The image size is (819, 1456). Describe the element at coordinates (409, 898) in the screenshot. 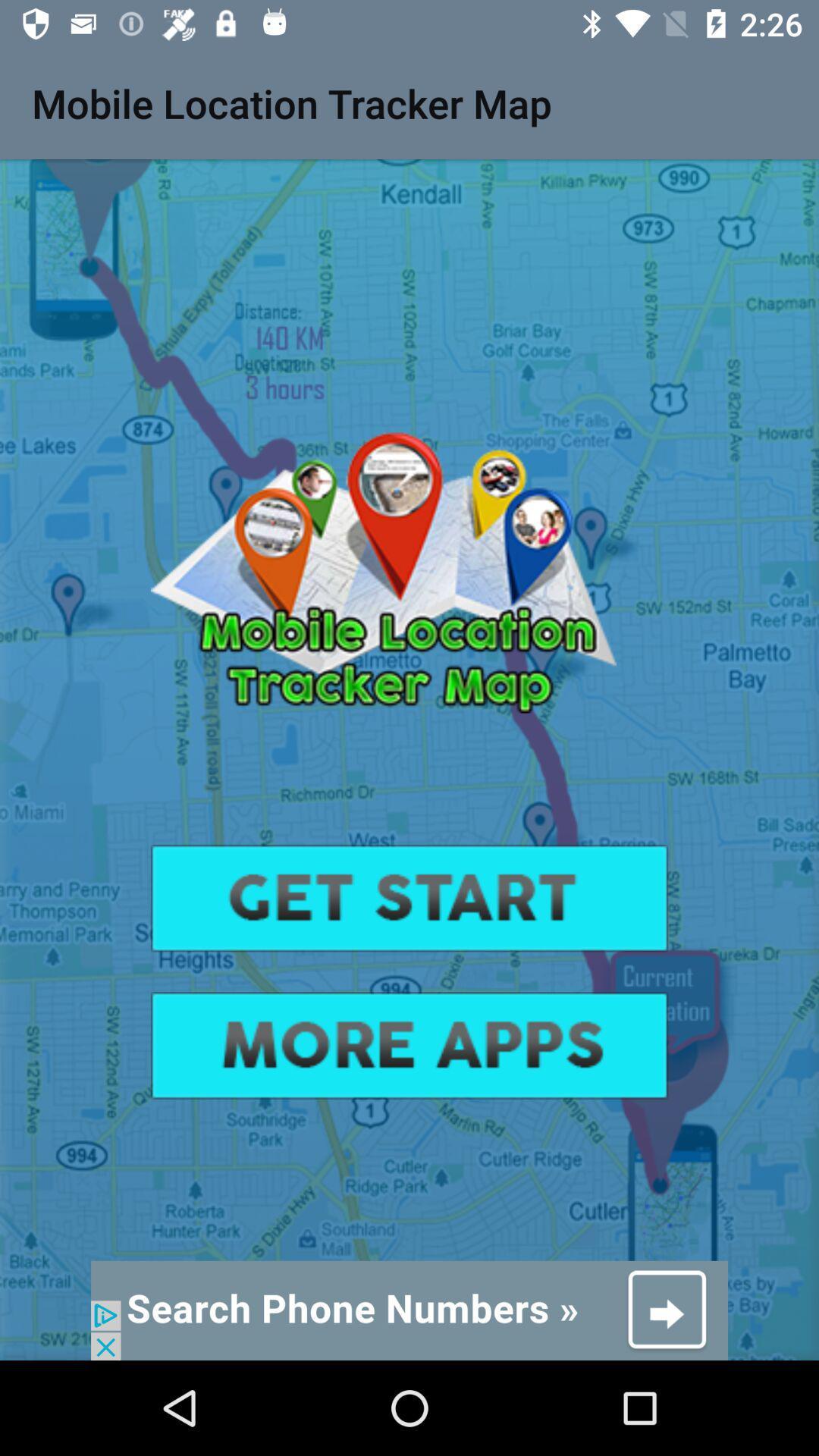

I see `start game` at that location.